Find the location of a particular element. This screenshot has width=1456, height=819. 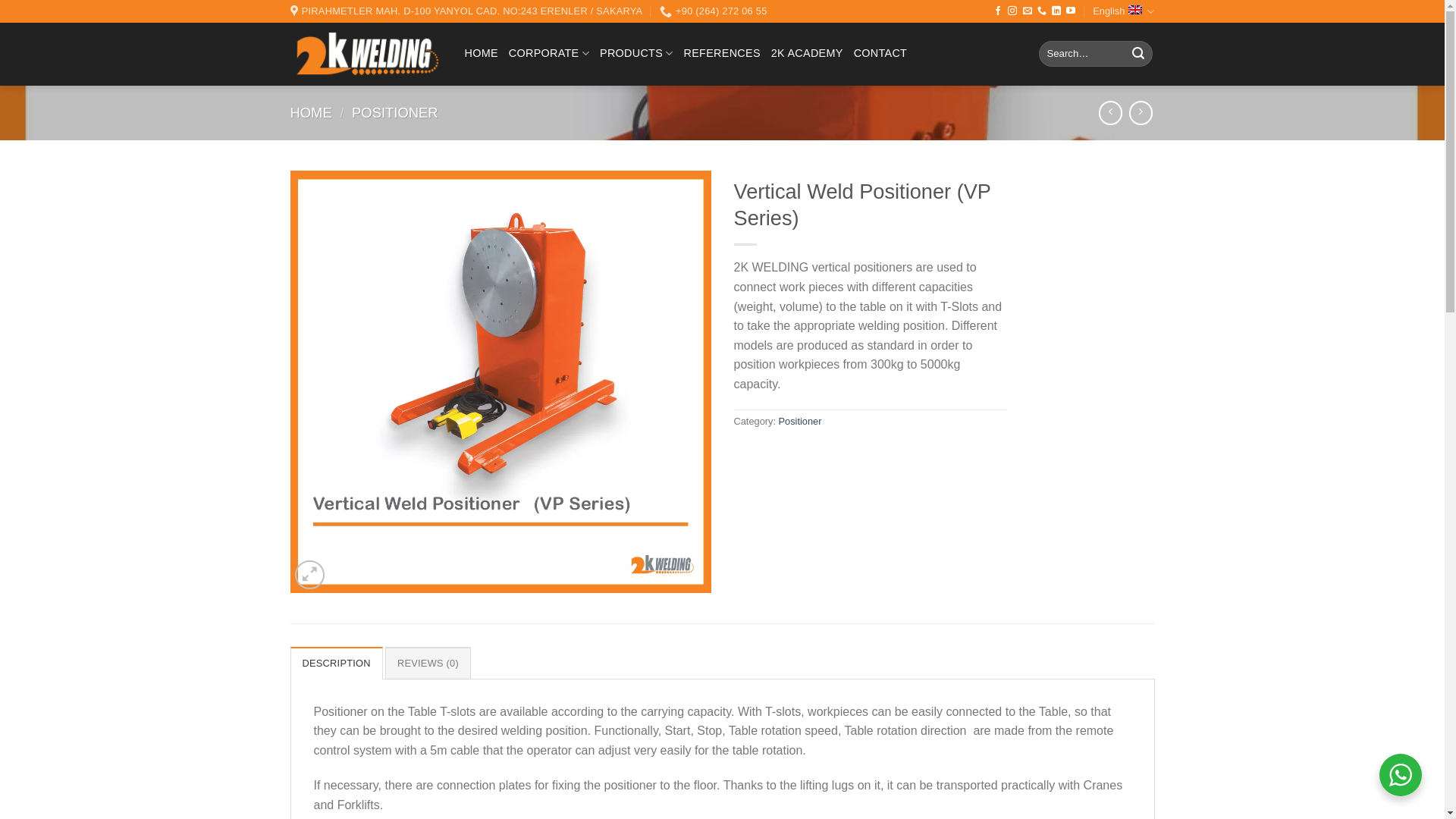

'Positioner' is located at coordinates (799, 421).